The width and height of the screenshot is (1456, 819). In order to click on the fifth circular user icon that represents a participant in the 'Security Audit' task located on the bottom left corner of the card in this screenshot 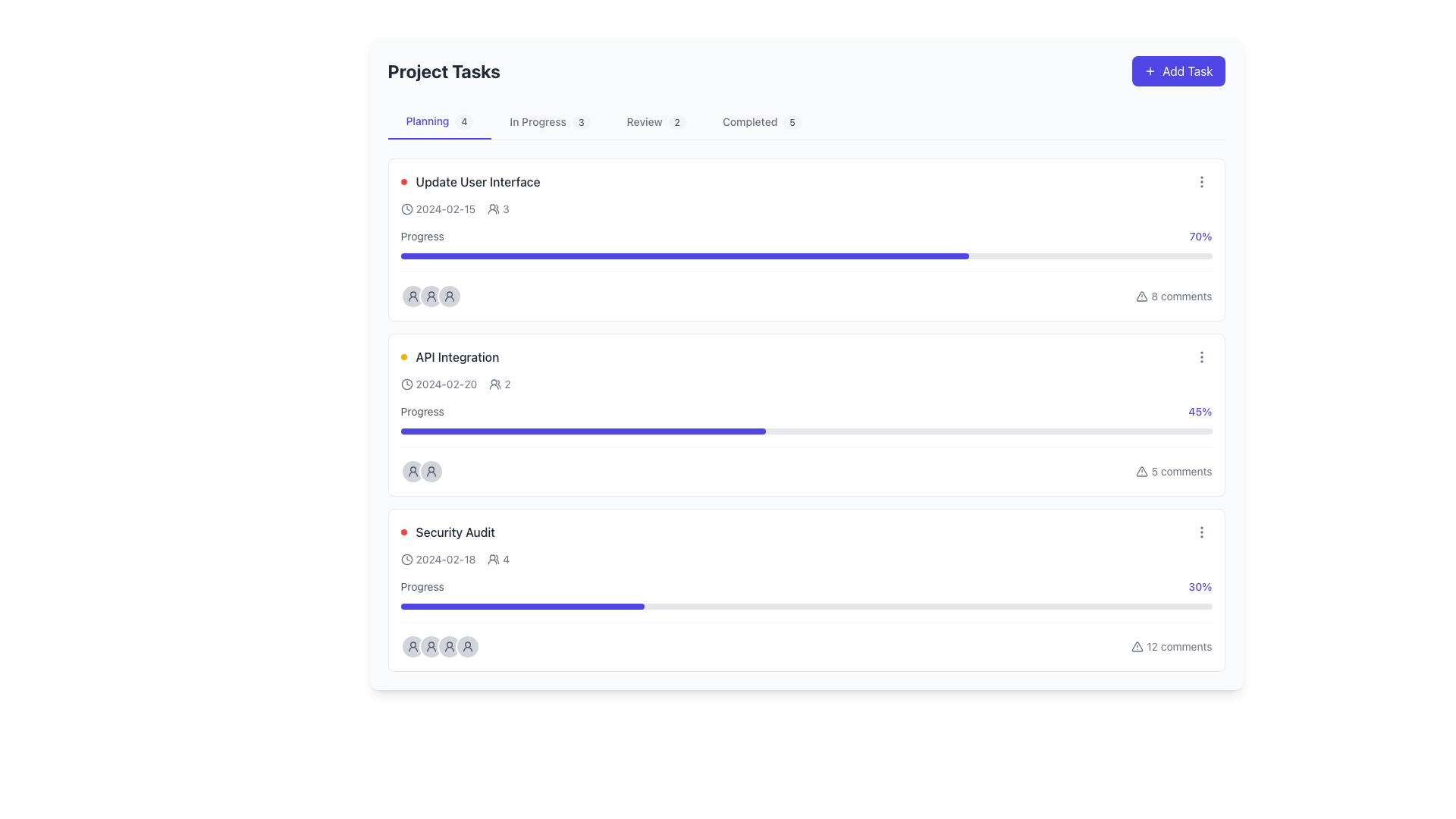, I will do `click(466, 646)`.